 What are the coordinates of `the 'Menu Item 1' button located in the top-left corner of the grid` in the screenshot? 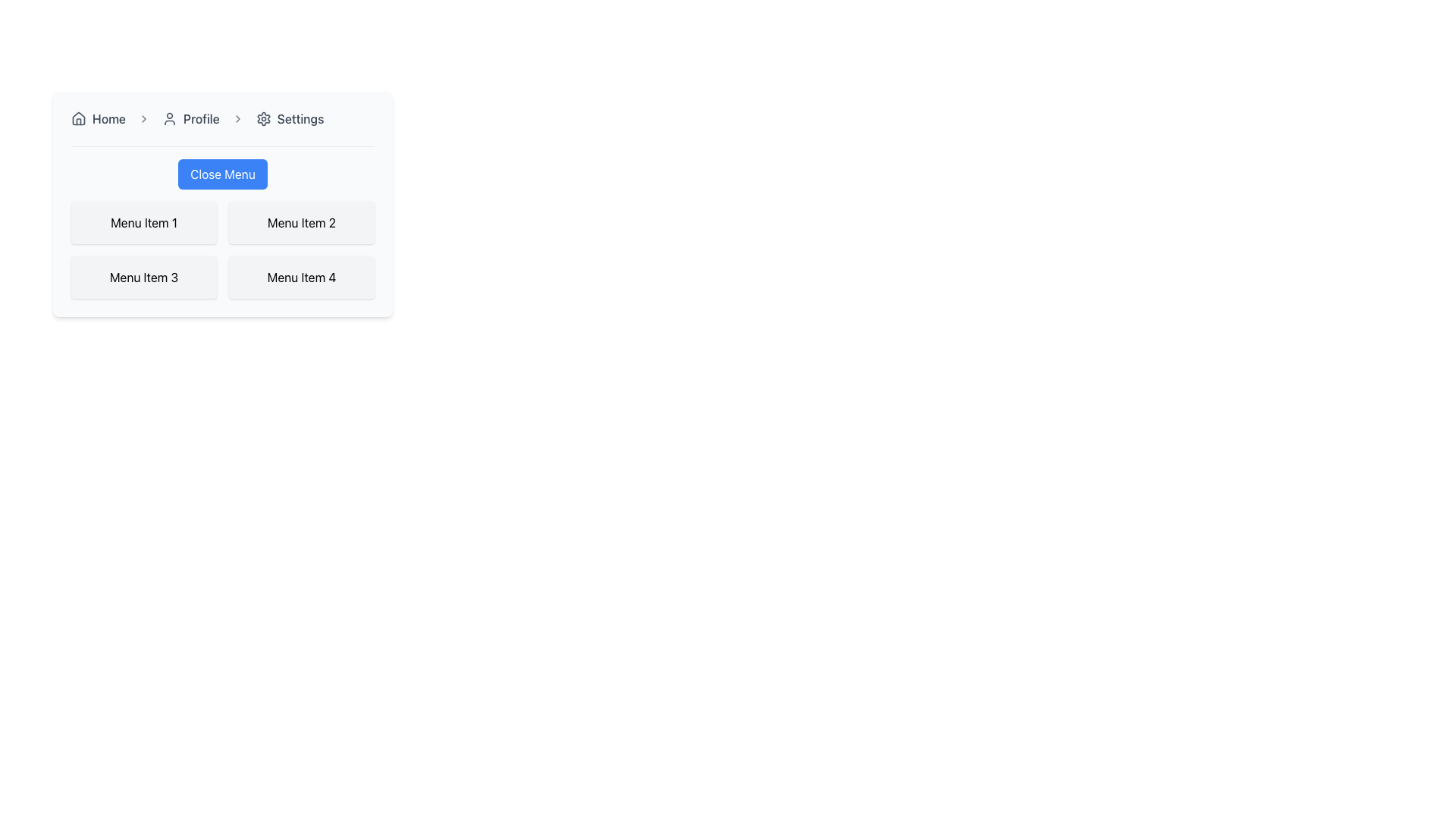 It's located at (144, 222).